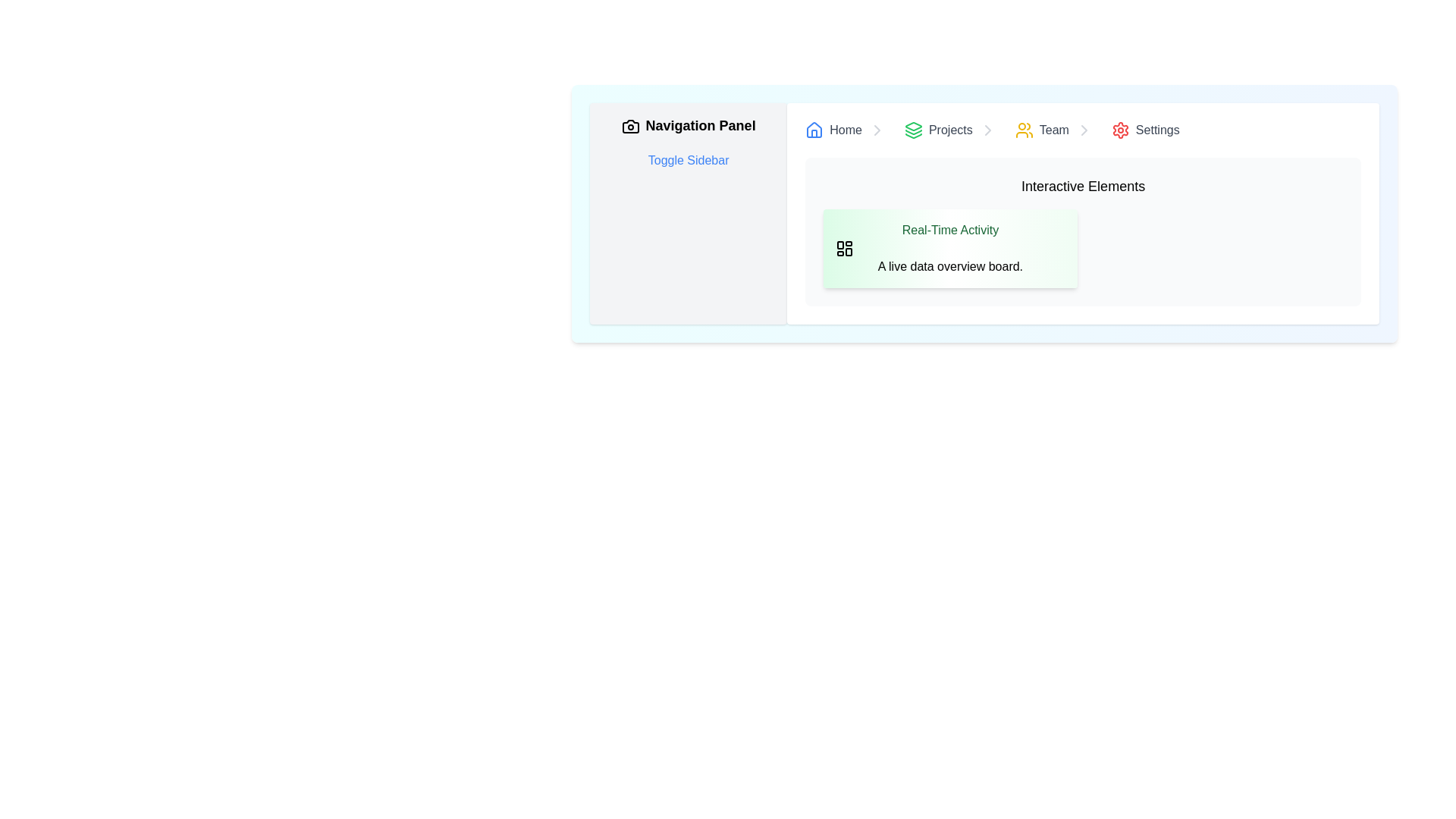 This screenshot has width=1456, height=819. What do you see at coordinates (844, 247) in the screenshot?
I see `the icon located at the top-left corner of the 'Real-Time Activity' card within the 'Interactive Elements' section` at bounding box center [844, 247].